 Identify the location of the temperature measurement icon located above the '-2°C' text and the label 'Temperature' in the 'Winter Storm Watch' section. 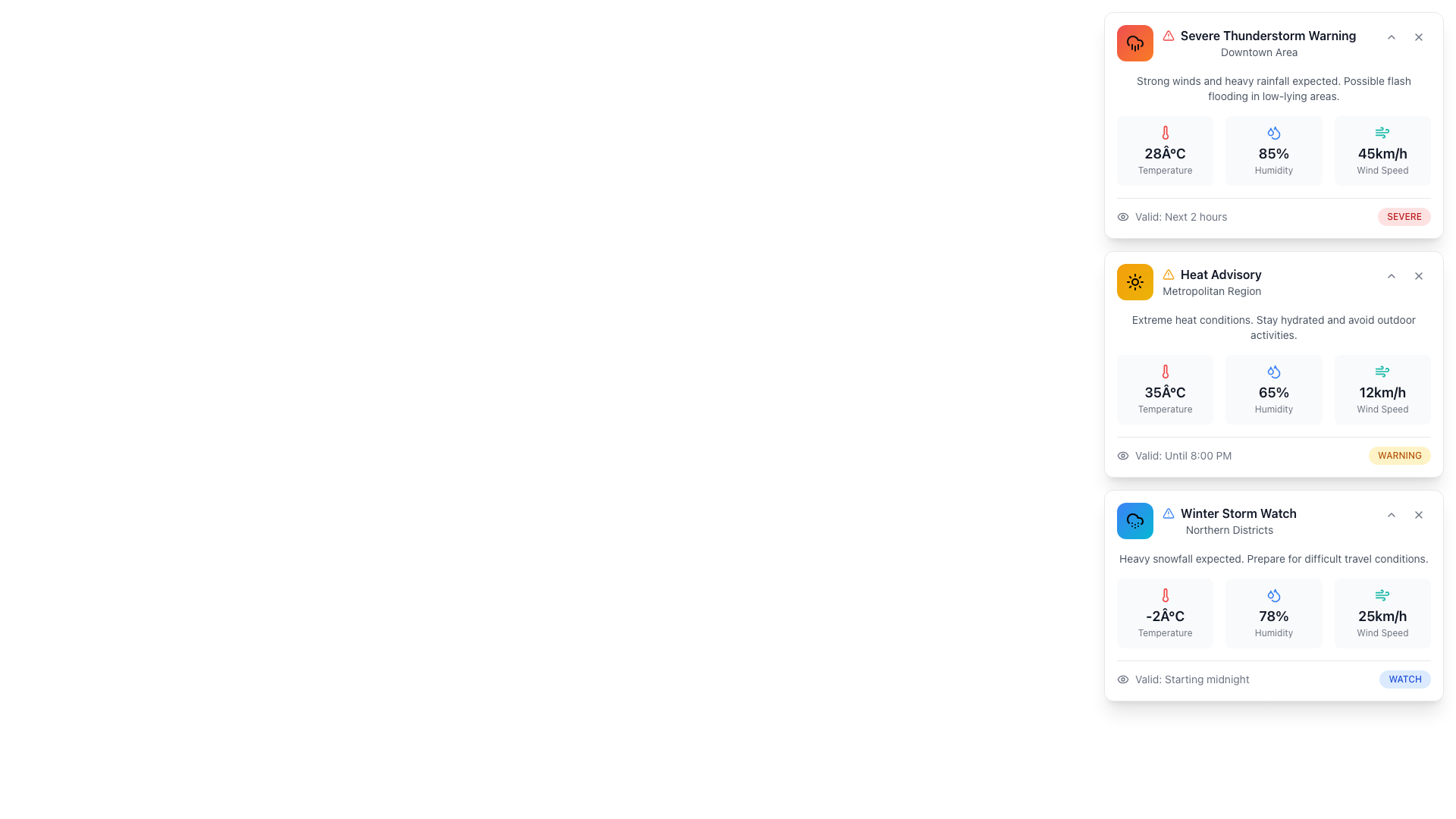
(1164, 595).